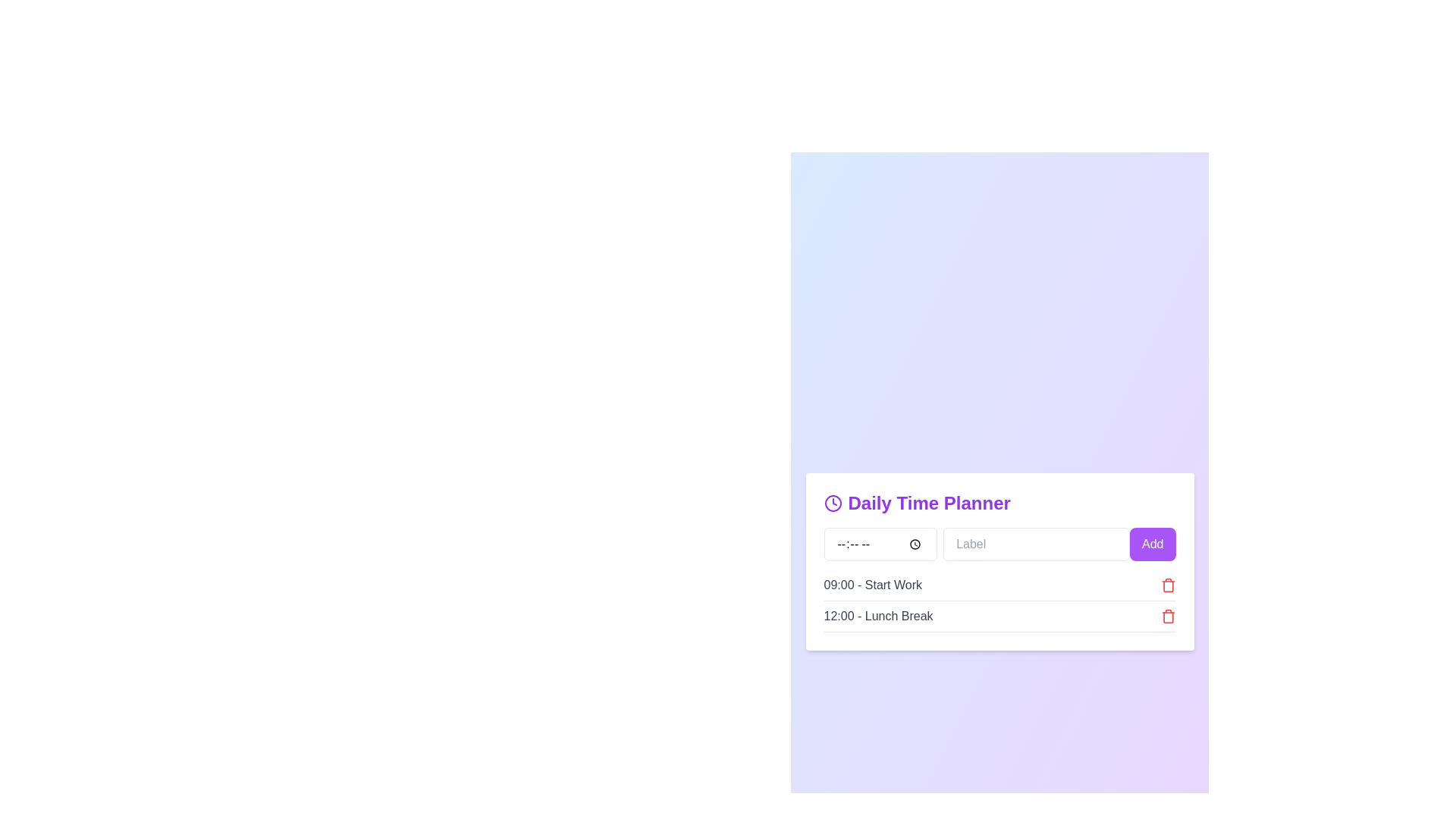  Describe the element at coordinates (832, 503) in the screenshot. I see `the purple clock icon with a circular outline and clock hands located to the left of the 'Daily Time Planner' text` at that location.